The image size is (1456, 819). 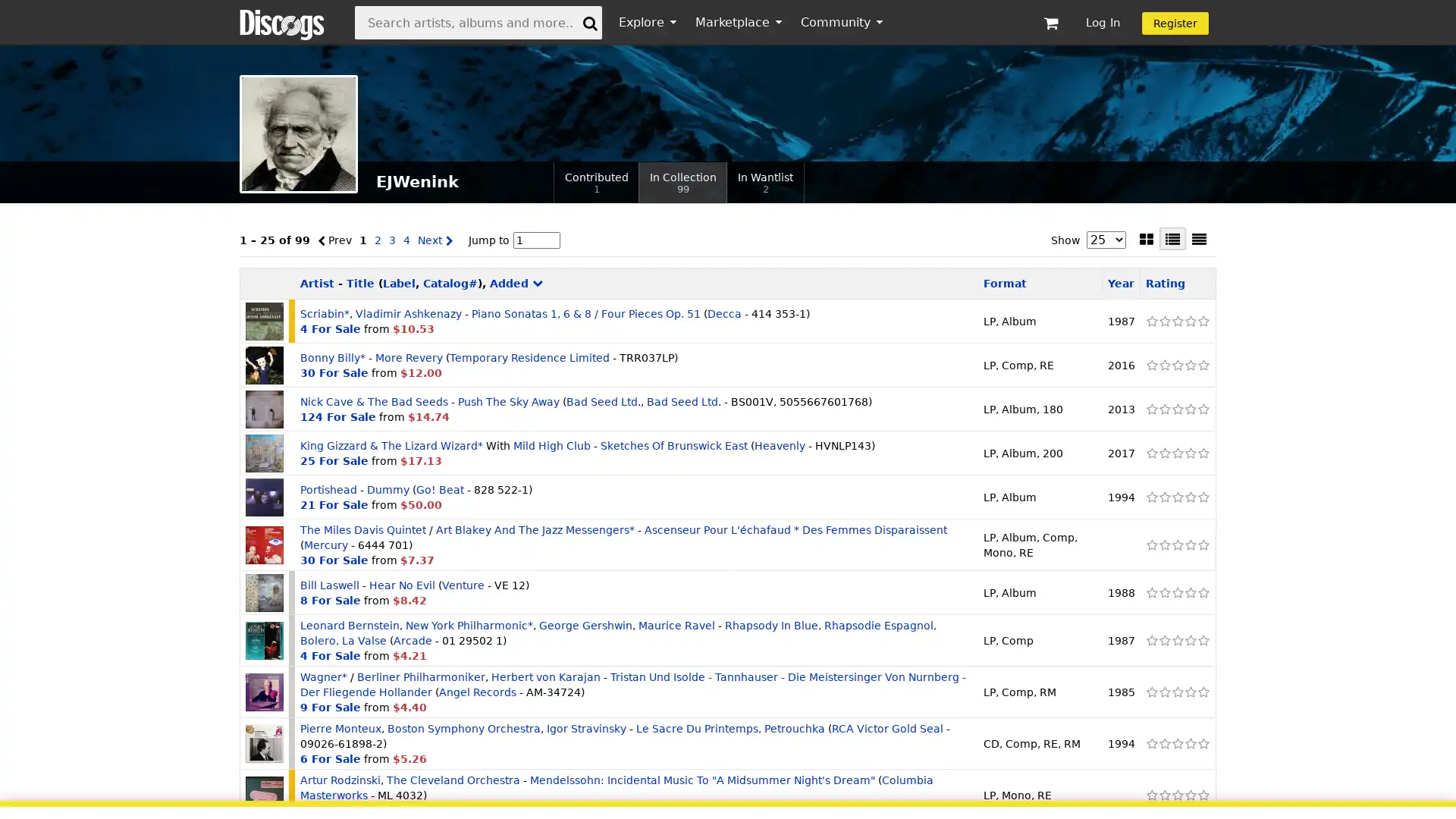 What do you see at coordinates (1176, 640) in the screenshot?
I see `Rate this release 3 stars.` at bounding box center [1176, 640].